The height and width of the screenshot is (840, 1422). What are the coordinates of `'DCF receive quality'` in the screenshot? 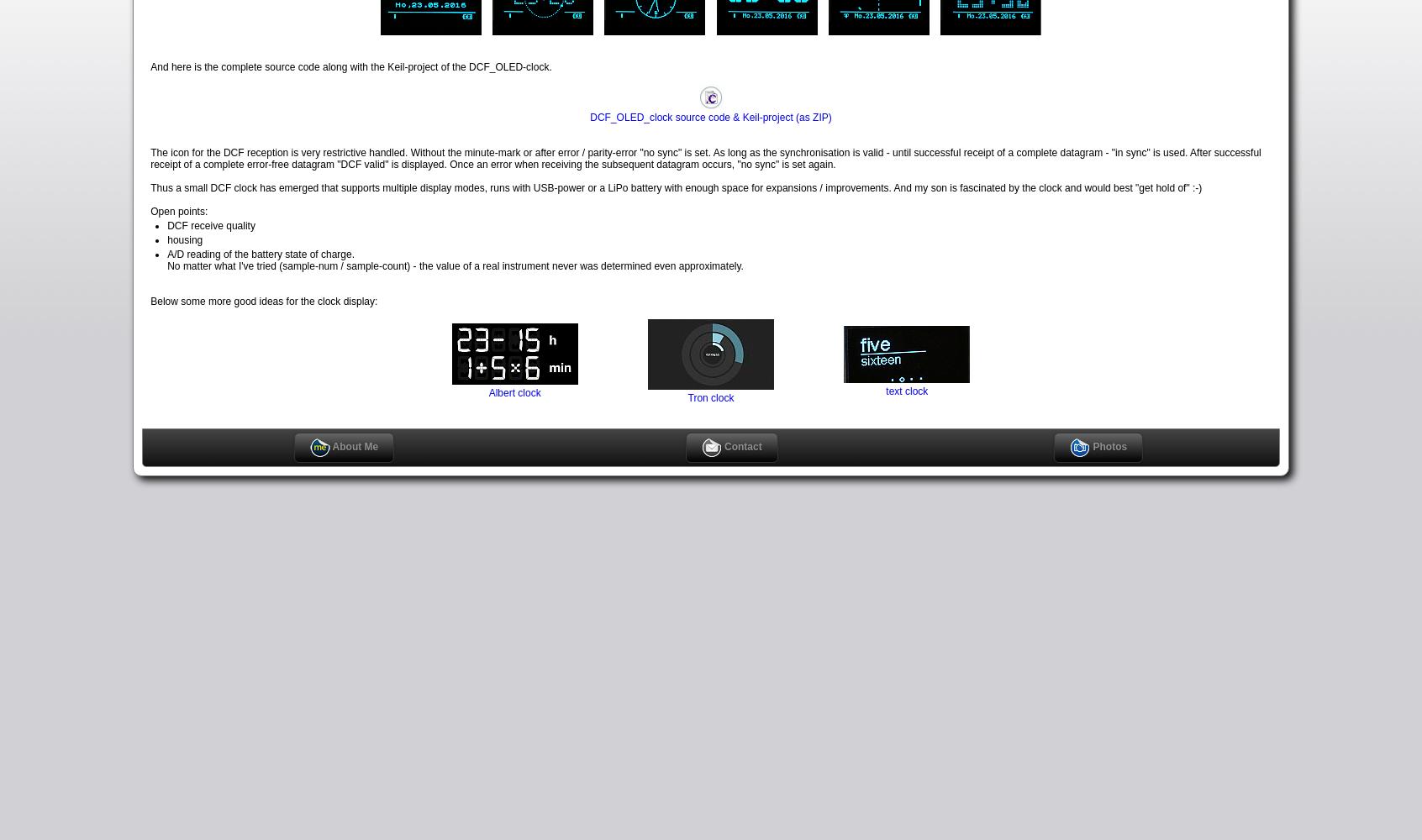 It's located at (210, 225).